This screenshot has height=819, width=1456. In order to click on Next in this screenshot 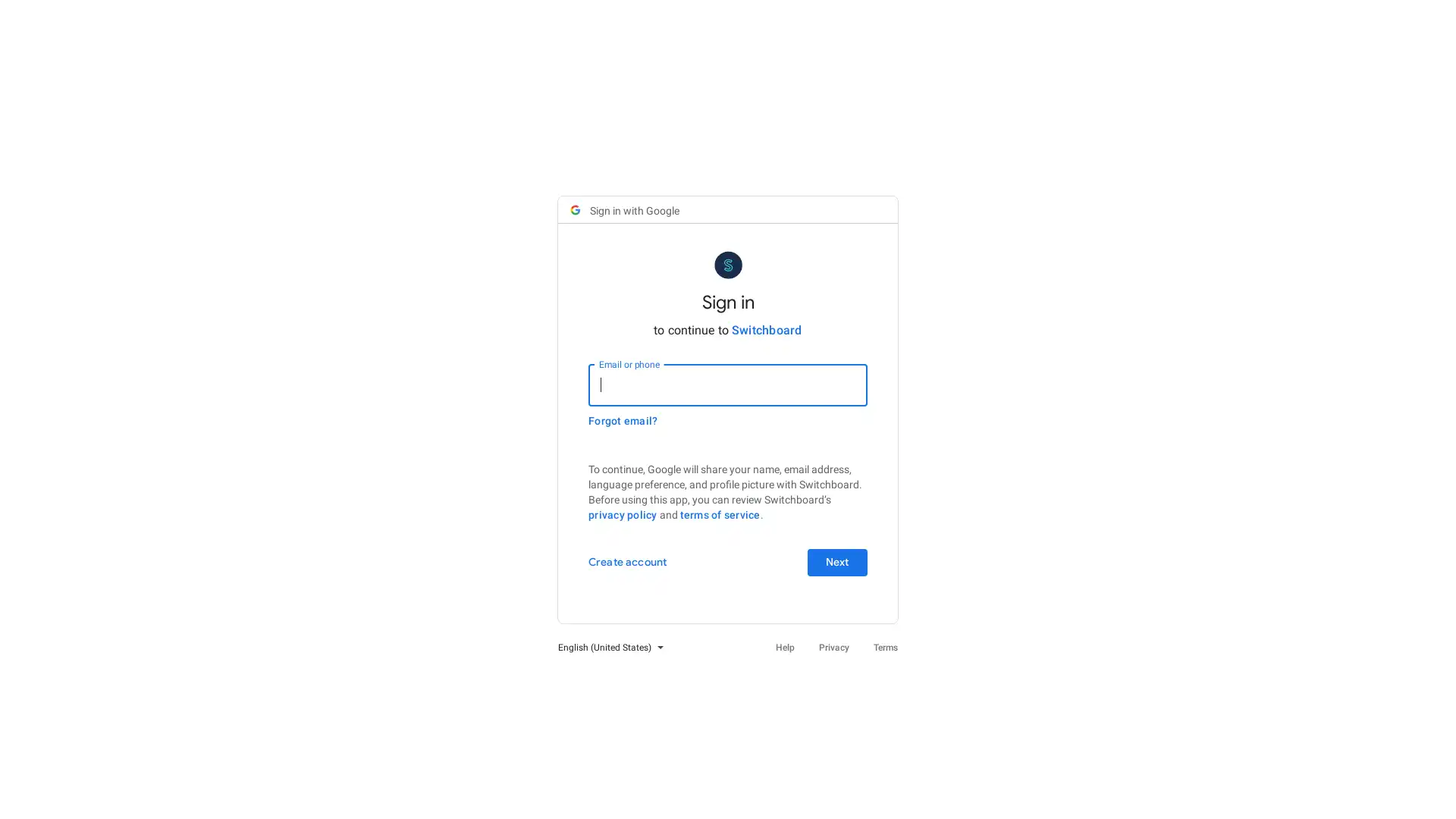, I will do `click(836, 561)`.